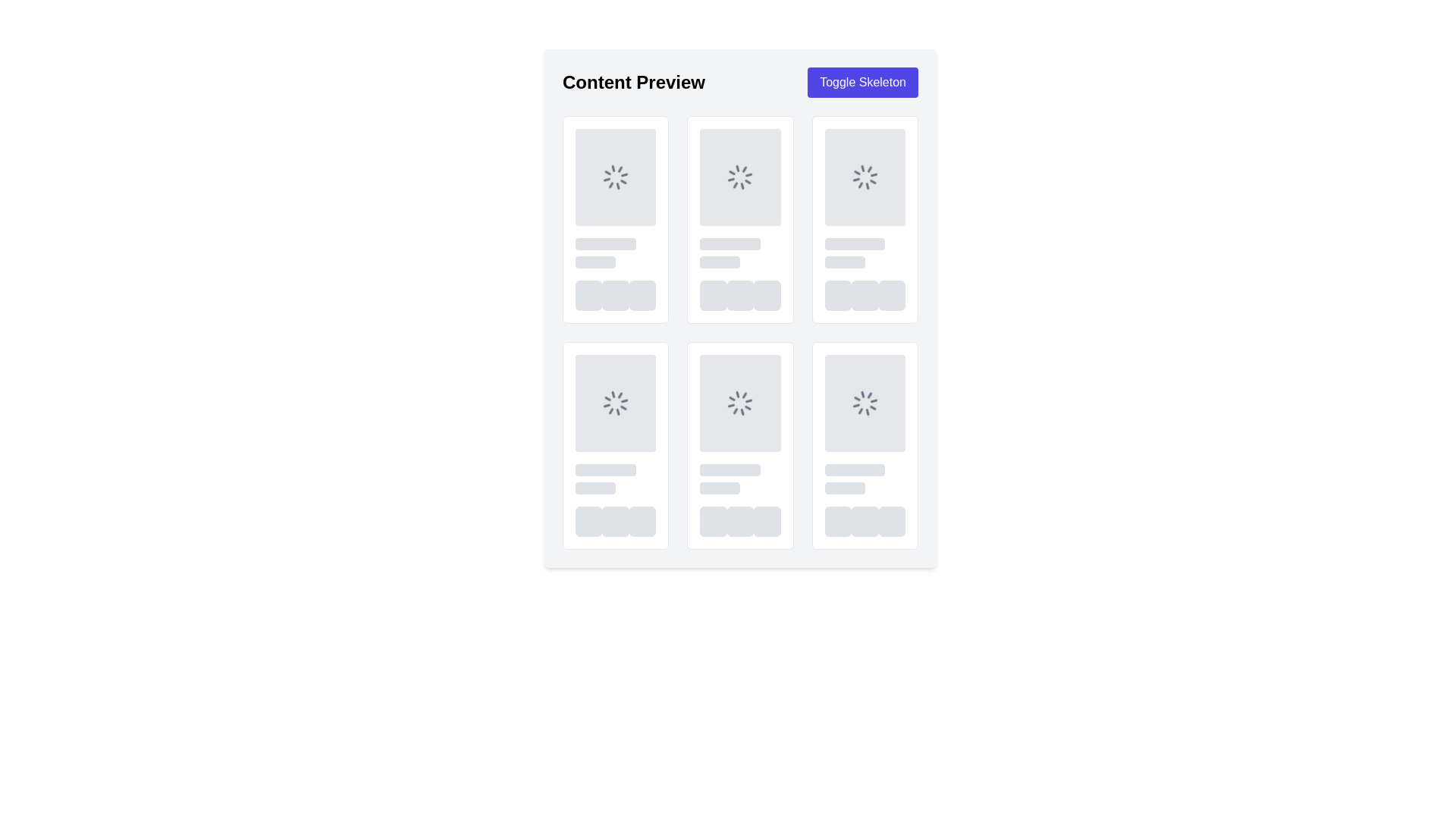 The height and width of the screenshot is (819, 1456). I want to click on the loading placeholder card located in the center row of the grid layout, which serves as an indicator for content loading, so click(616, 444).